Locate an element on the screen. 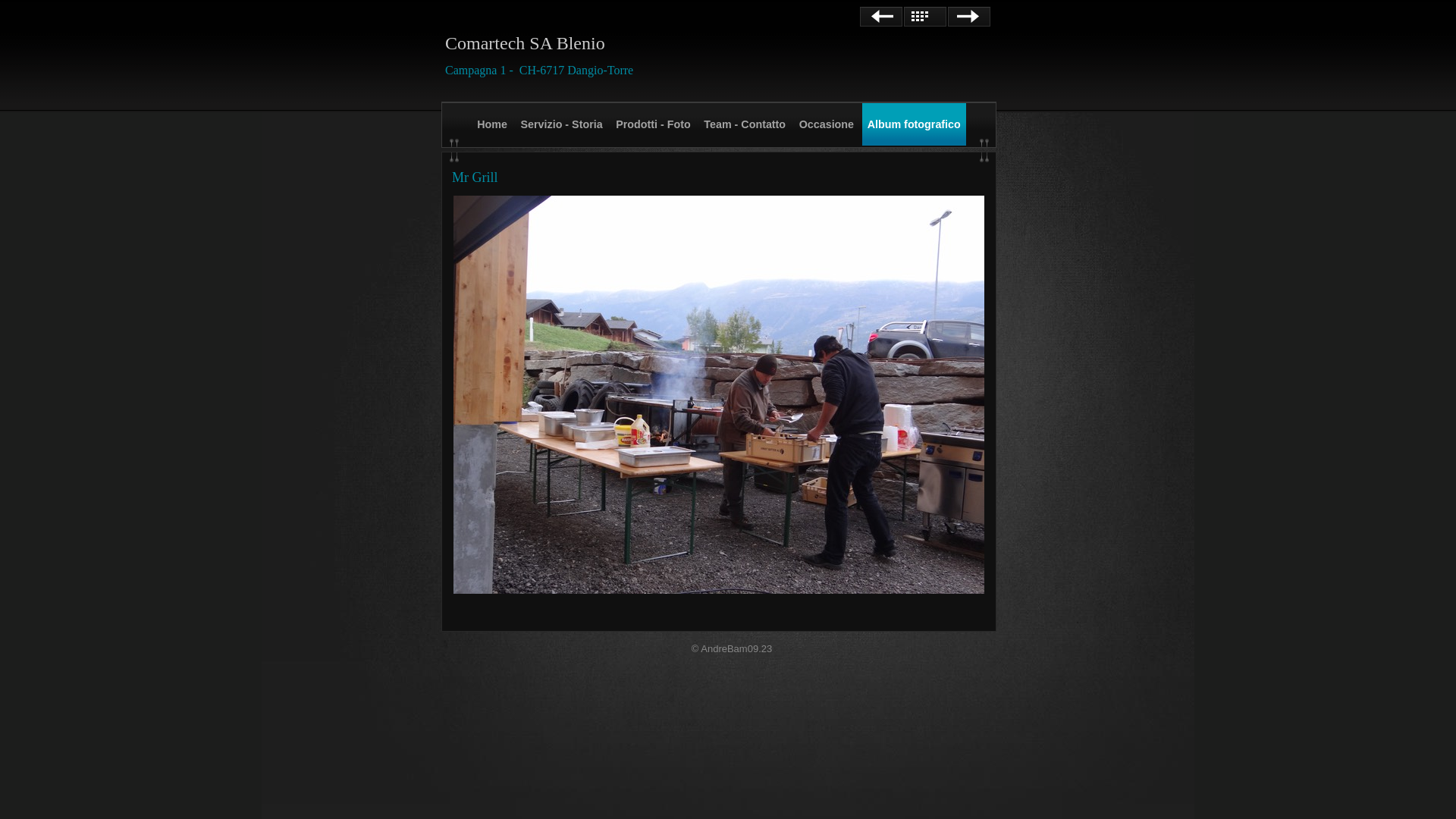  'Elenco' is located at coordinates (903, 17).